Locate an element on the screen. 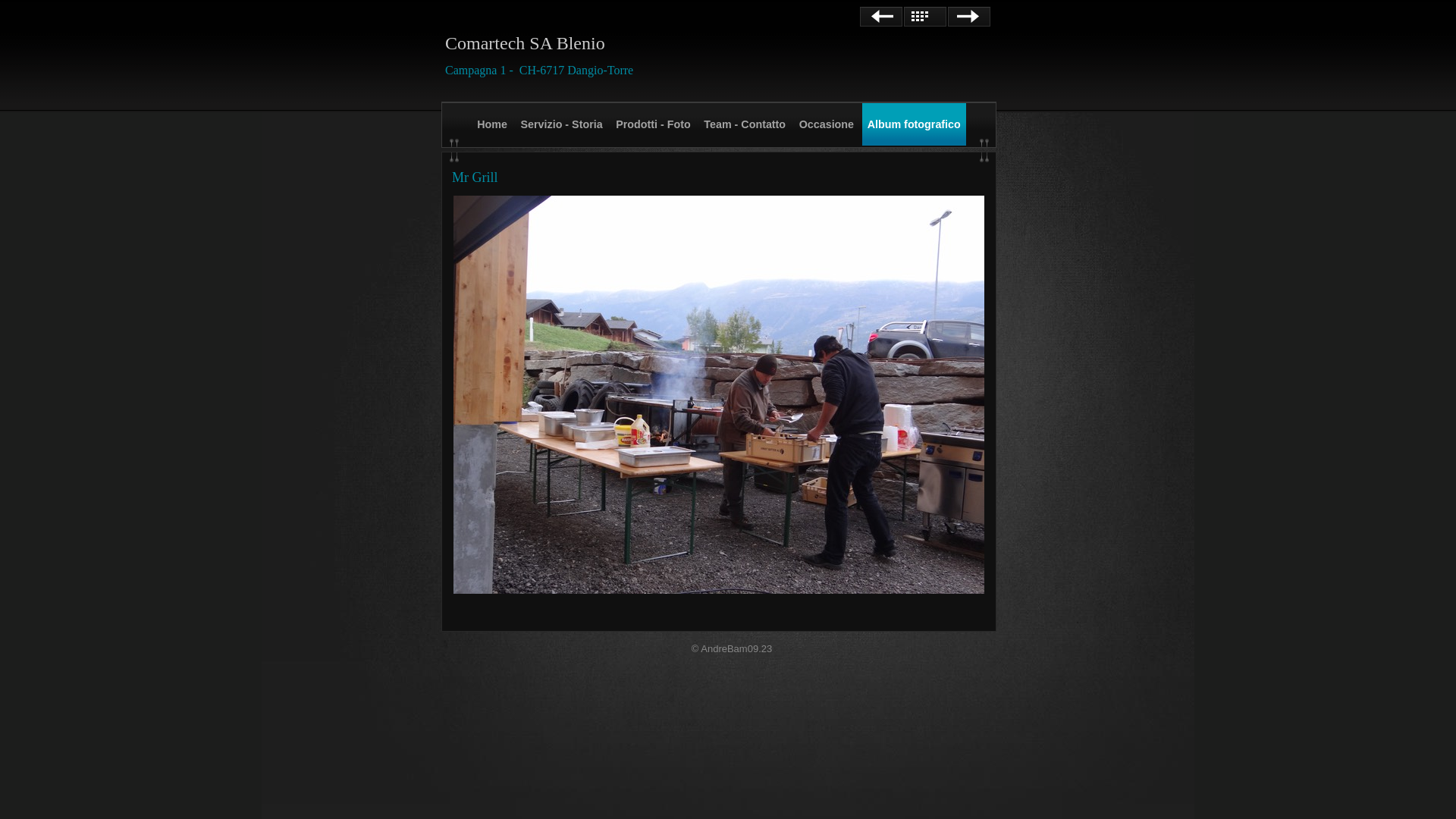  'Elenco' is located at coordinates (903, 17).